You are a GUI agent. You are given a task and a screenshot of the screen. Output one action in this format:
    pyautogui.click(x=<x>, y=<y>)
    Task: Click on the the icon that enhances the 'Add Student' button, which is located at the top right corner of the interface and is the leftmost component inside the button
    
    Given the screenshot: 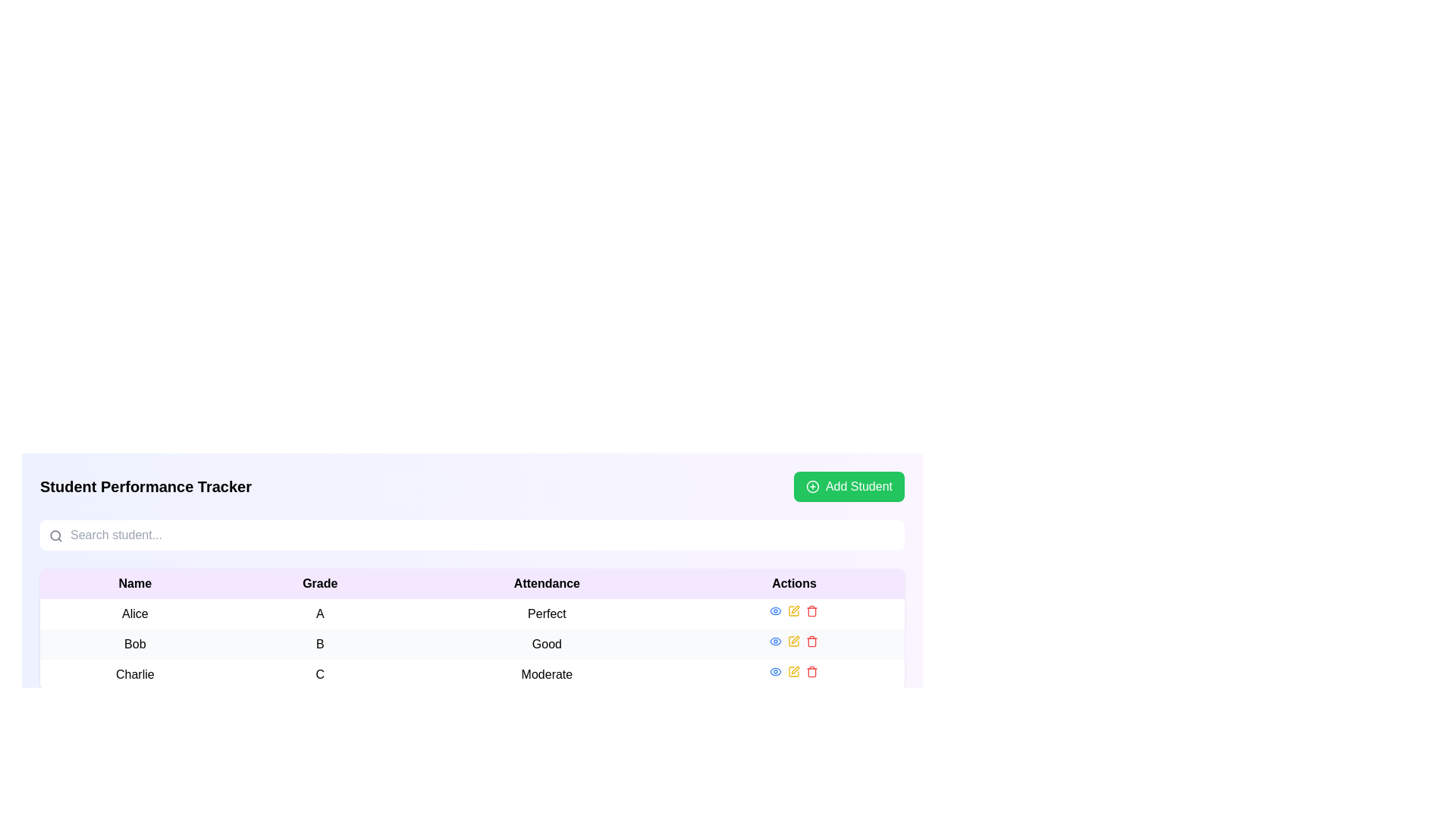 What is the action you would take?
    pyautogui.click(x=811, y=486)
    